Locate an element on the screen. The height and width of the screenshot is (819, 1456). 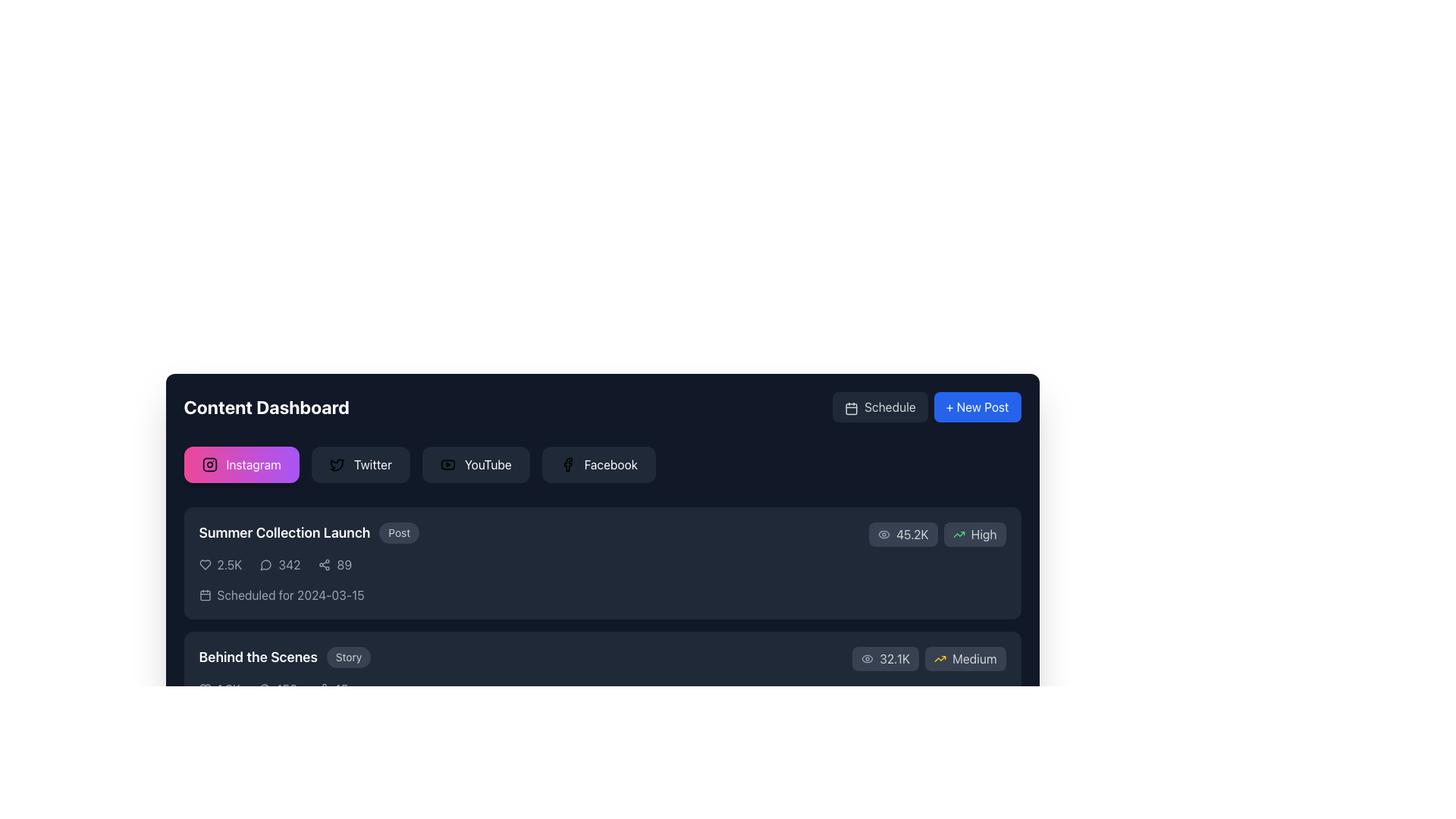
the calendar icon element, which is a rectangular shape with rounded corners, located within the 'Schedule' button in the top-right section of the interface is located at coordinates (852, 408).